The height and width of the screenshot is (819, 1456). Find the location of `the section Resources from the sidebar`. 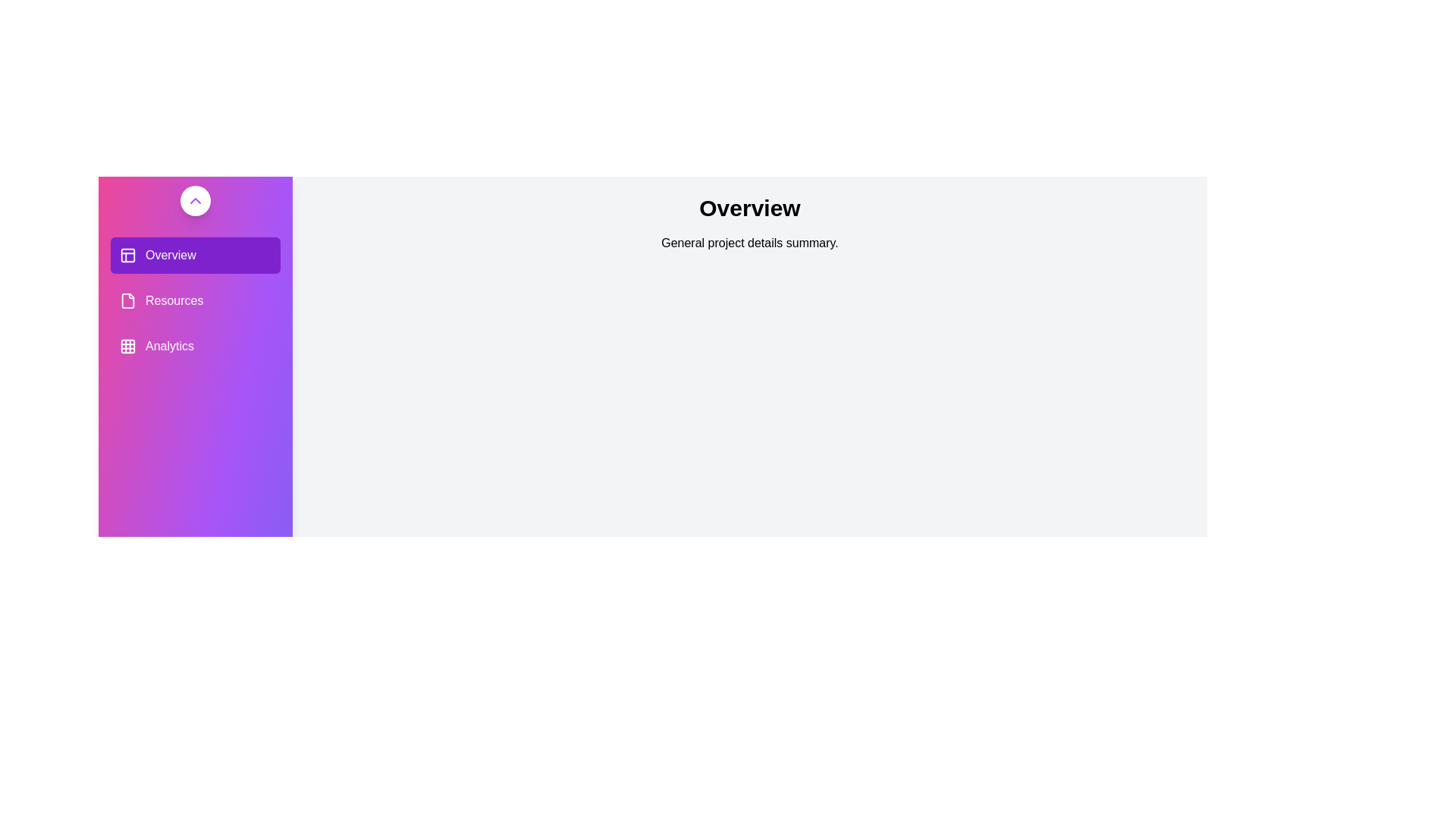

the section Resources from the sidebar is located at coordinates (195, 301).